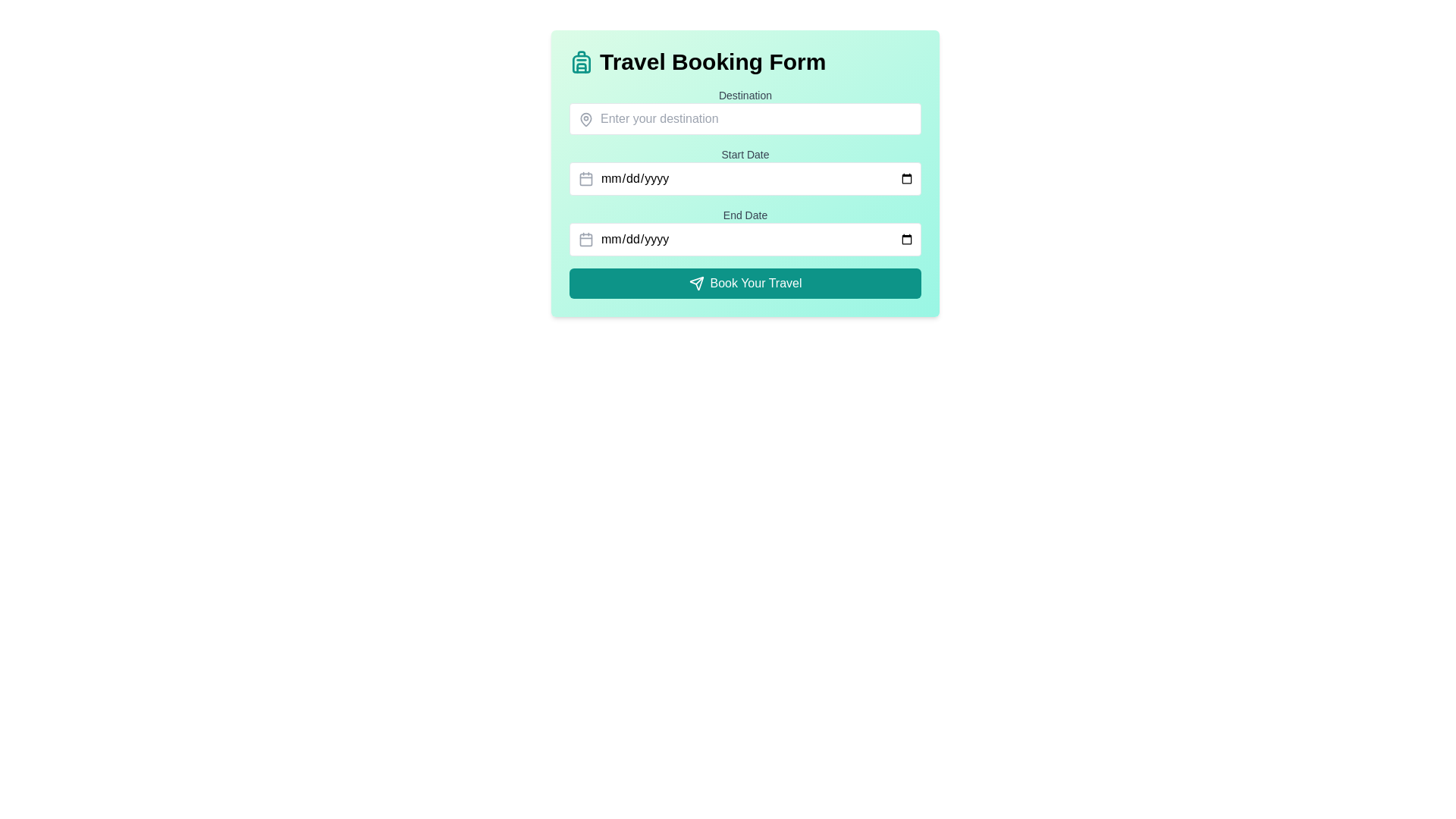 The width and height of the screenshot is (1456, 819). What do you see at coordinates (585, 177) in the screenshot?
I see `the calendar icon located to the left of the 'Start Date' input field to open the associated date picker` at bounding box center [585, 177].